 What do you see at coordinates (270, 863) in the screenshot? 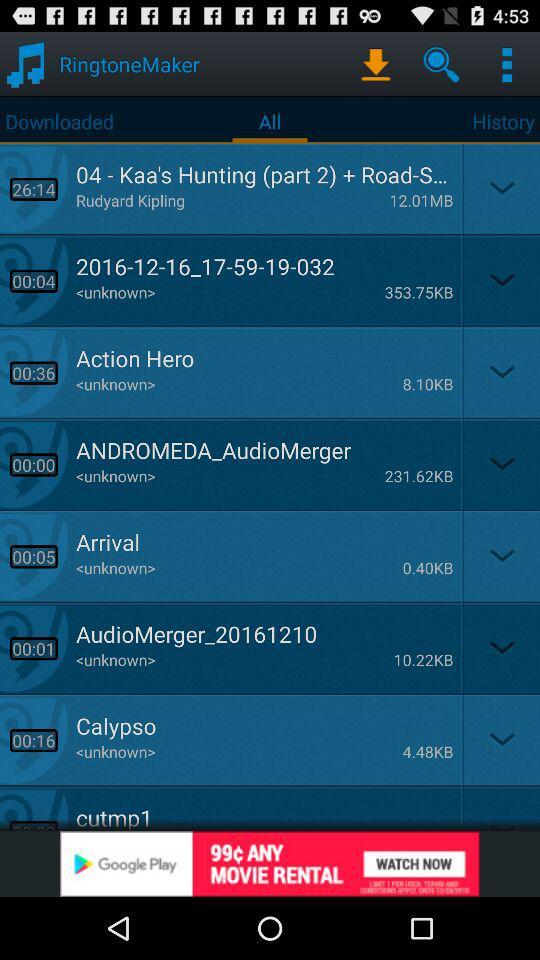
I see `open advertisement` at bounding box center [270, 863].